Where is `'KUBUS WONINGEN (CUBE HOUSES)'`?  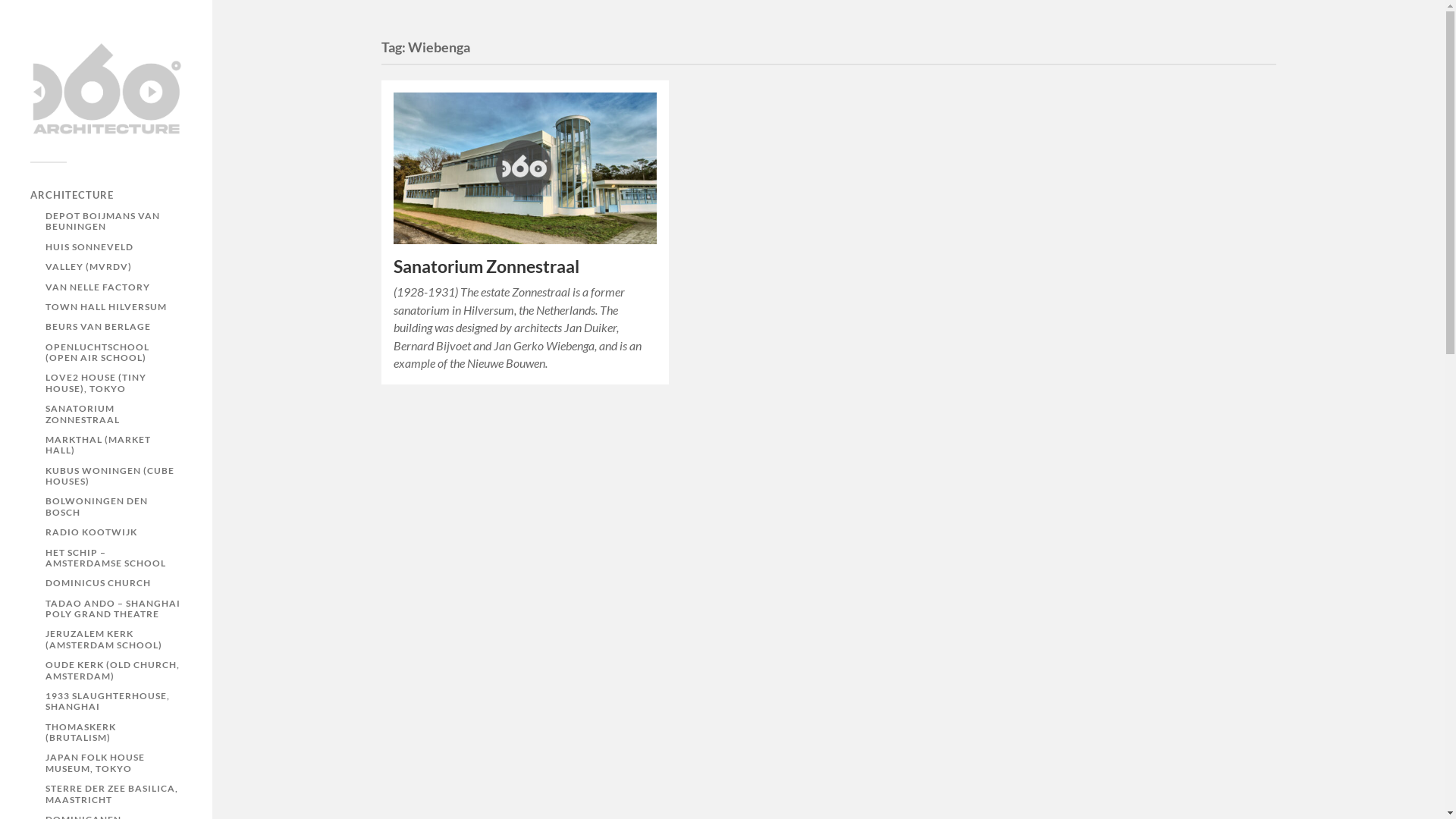 'KUBUS WONINGEN (CUBE HOUSES)' is located at coordinates (45, 475).